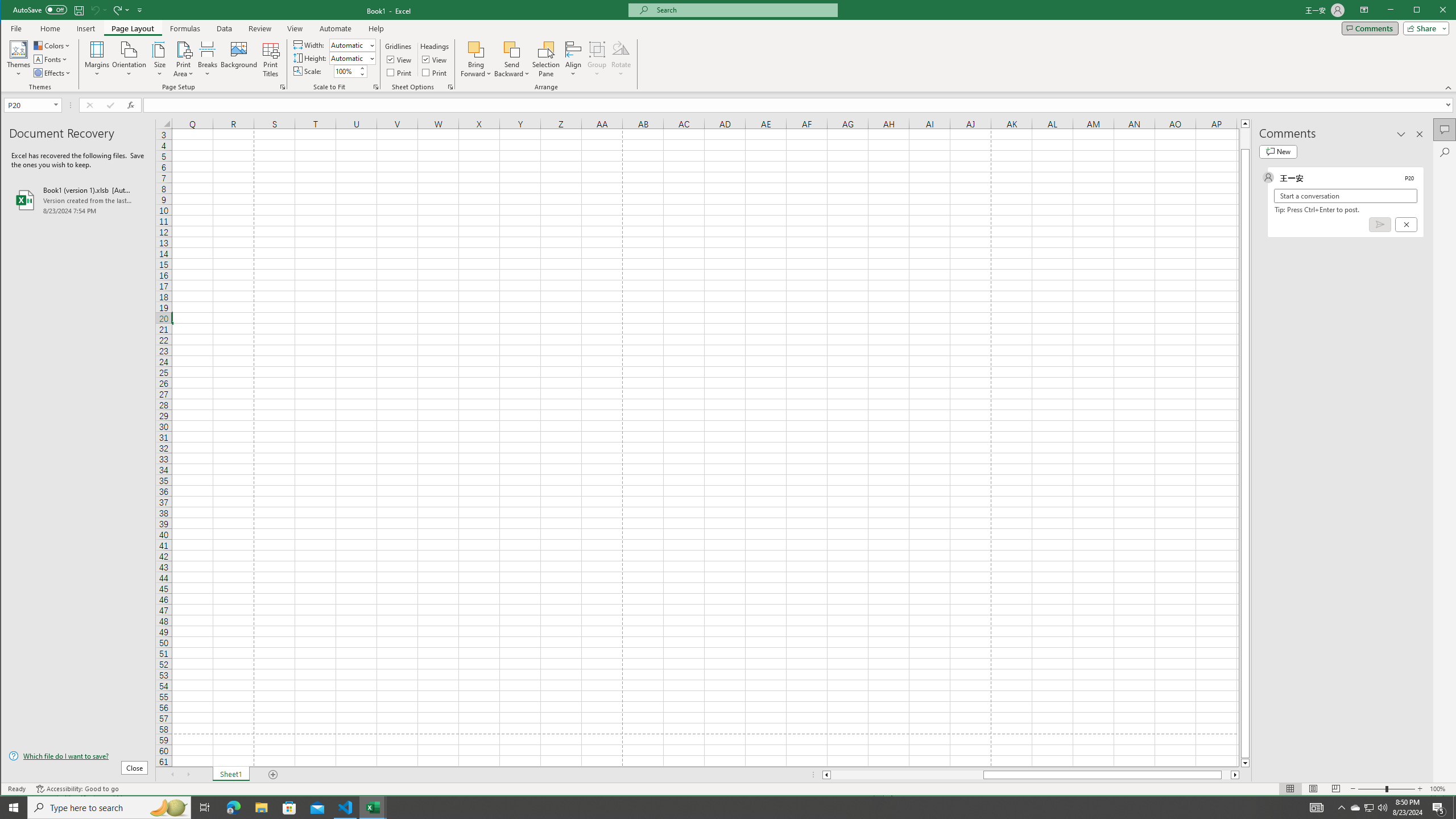  Describe the element at coordinates (345, 71) in the screenshot. I see `'Scale'` at that location.